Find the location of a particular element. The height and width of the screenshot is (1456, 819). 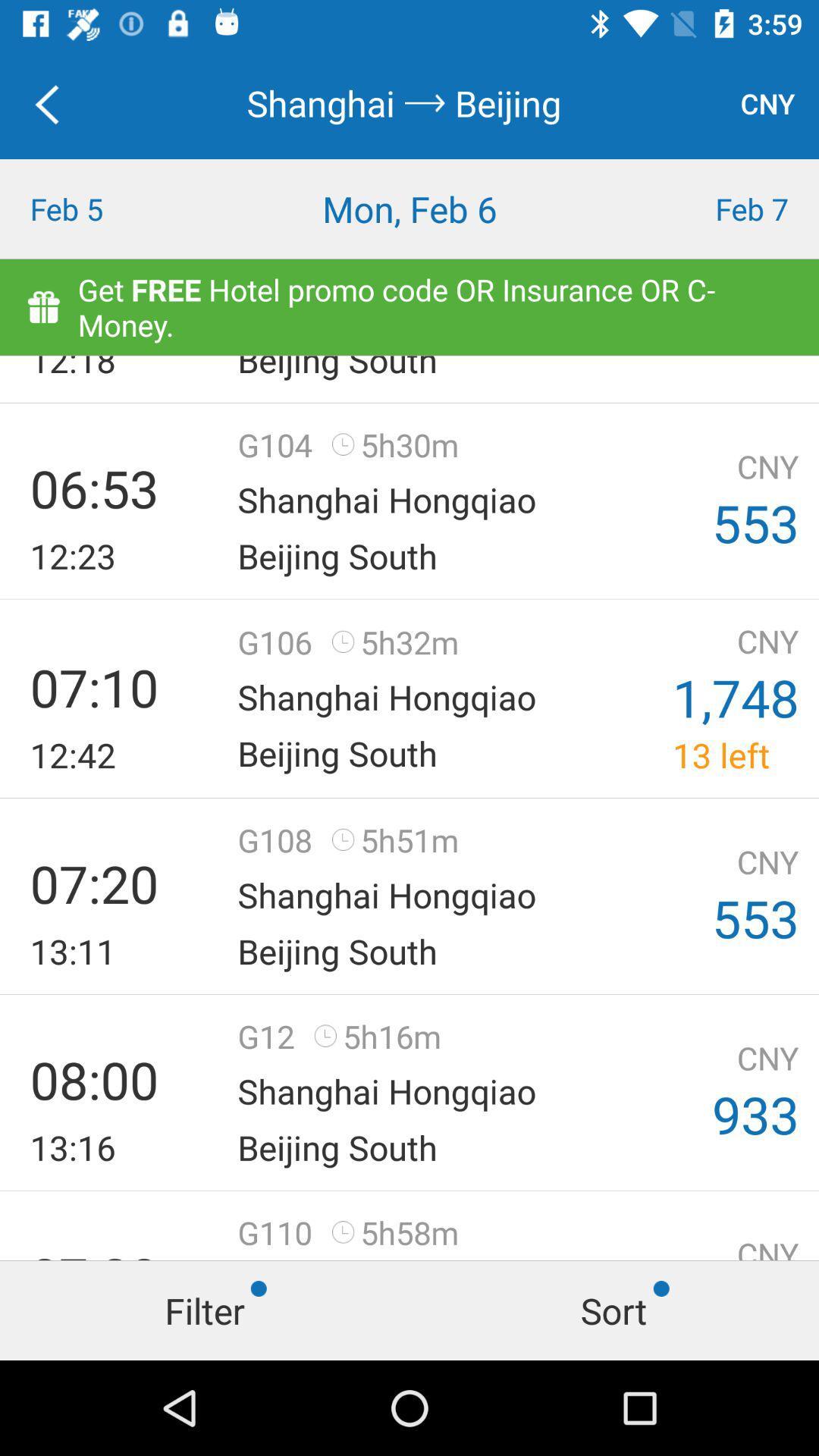

the icon to the left of feb 7 item is located at coordinates (409, 208).